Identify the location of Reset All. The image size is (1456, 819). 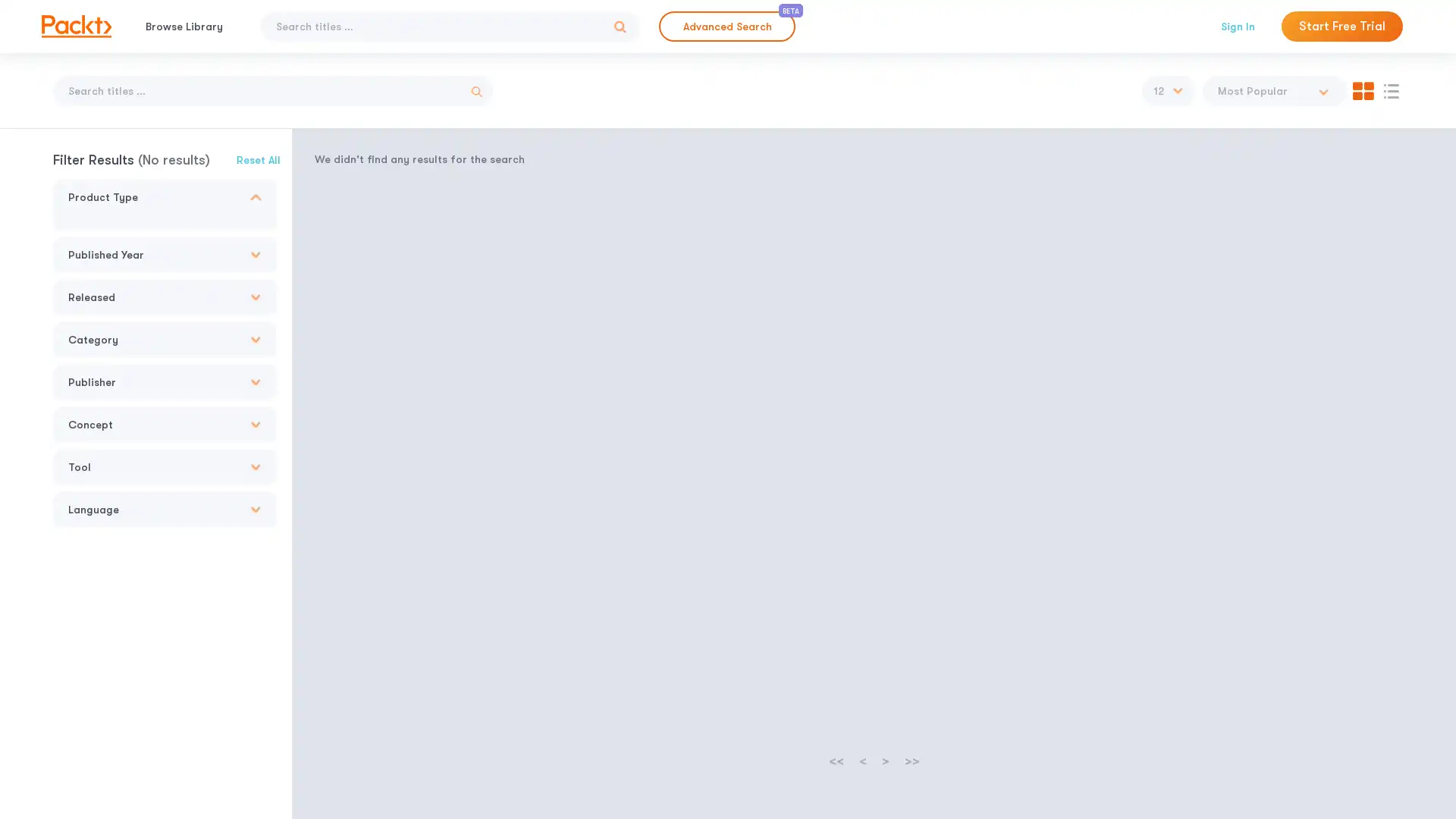
(258, 160).